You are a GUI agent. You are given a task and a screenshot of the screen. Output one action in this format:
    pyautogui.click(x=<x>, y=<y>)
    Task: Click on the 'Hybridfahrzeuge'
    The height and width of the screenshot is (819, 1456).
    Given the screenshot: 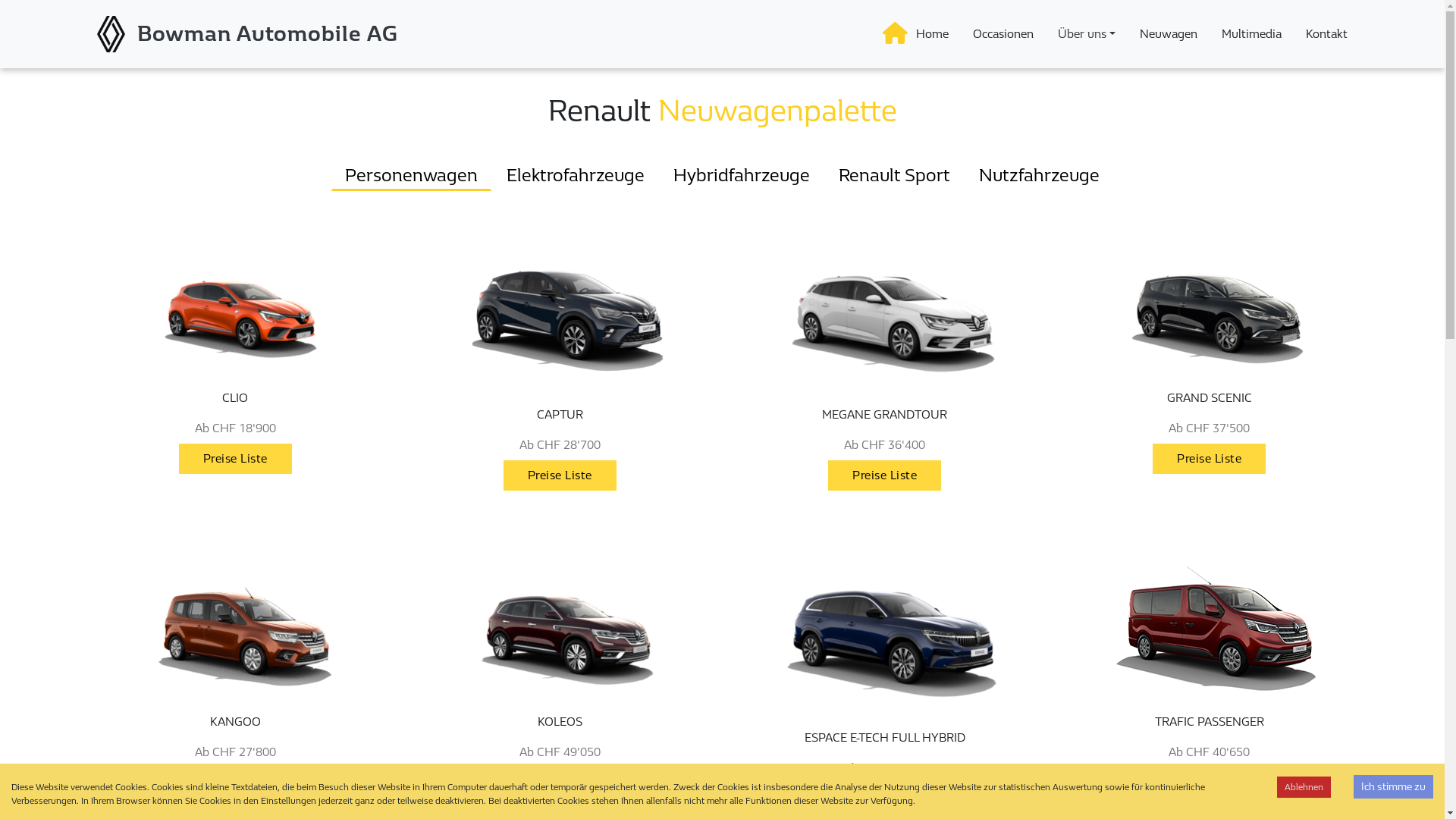 What is the action you would take?
    pyautogui.click(x=742, y=174)
    